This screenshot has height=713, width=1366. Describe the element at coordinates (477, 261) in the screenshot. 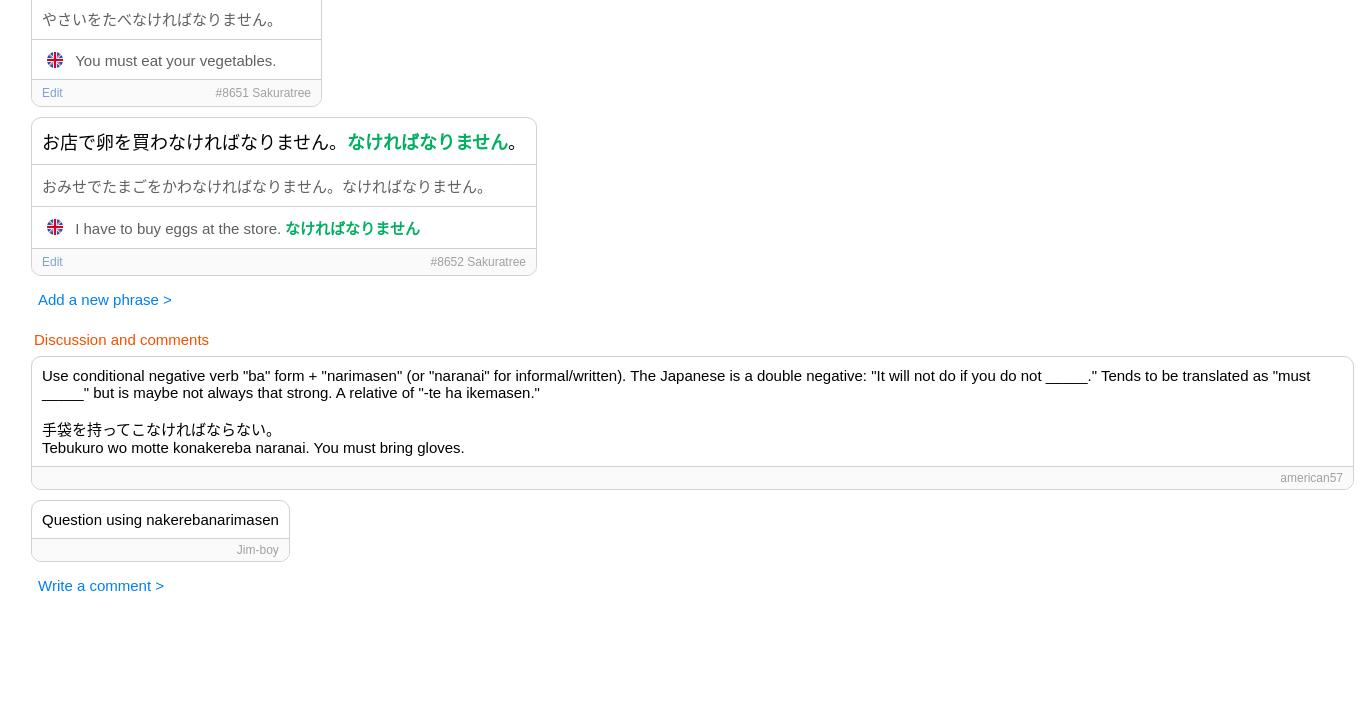

I see `'#8652 Sakuratree'` at that location.